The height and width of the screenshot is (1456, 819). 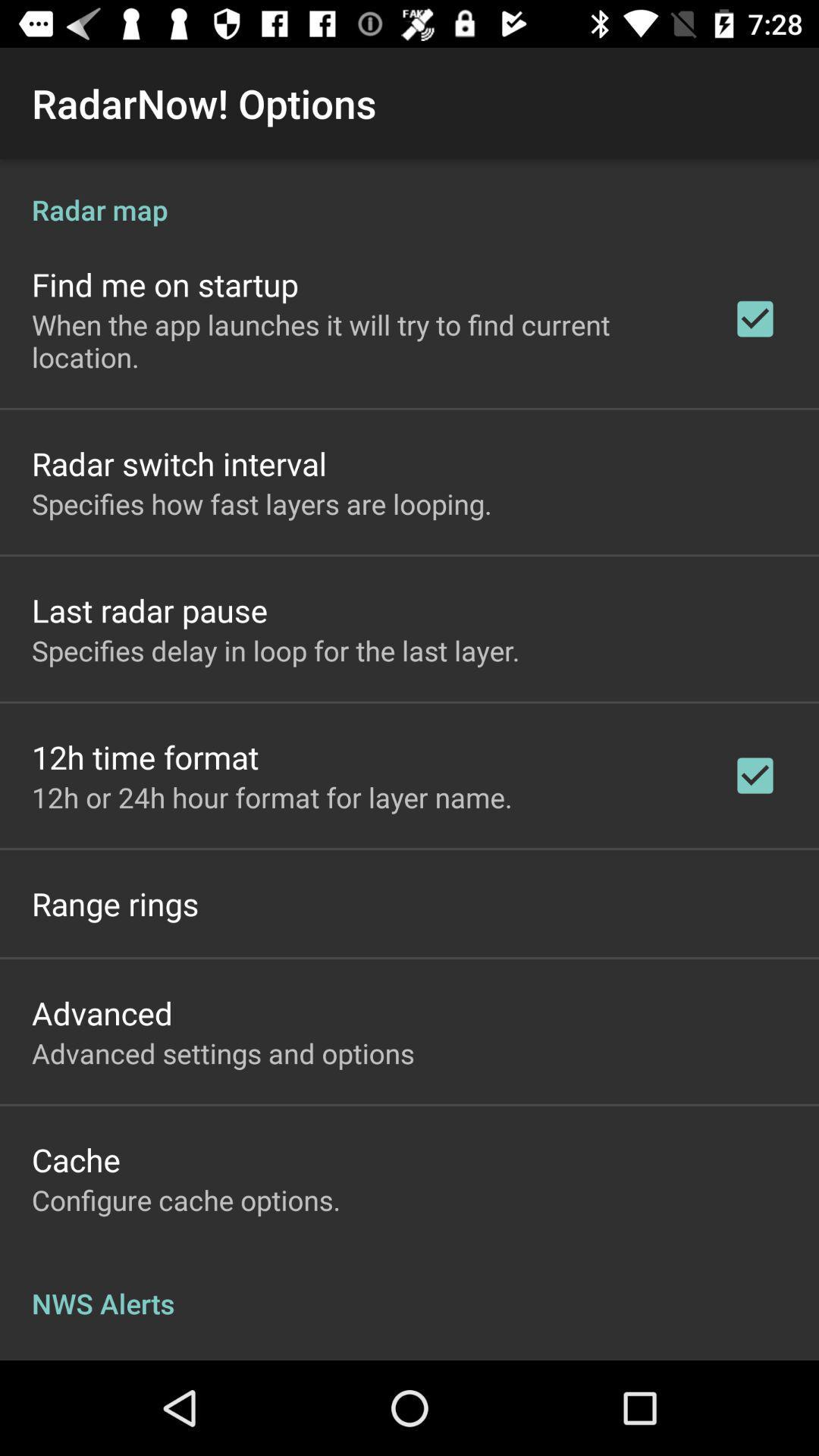 I want to click on the range rings, so click(x=115, y=903).